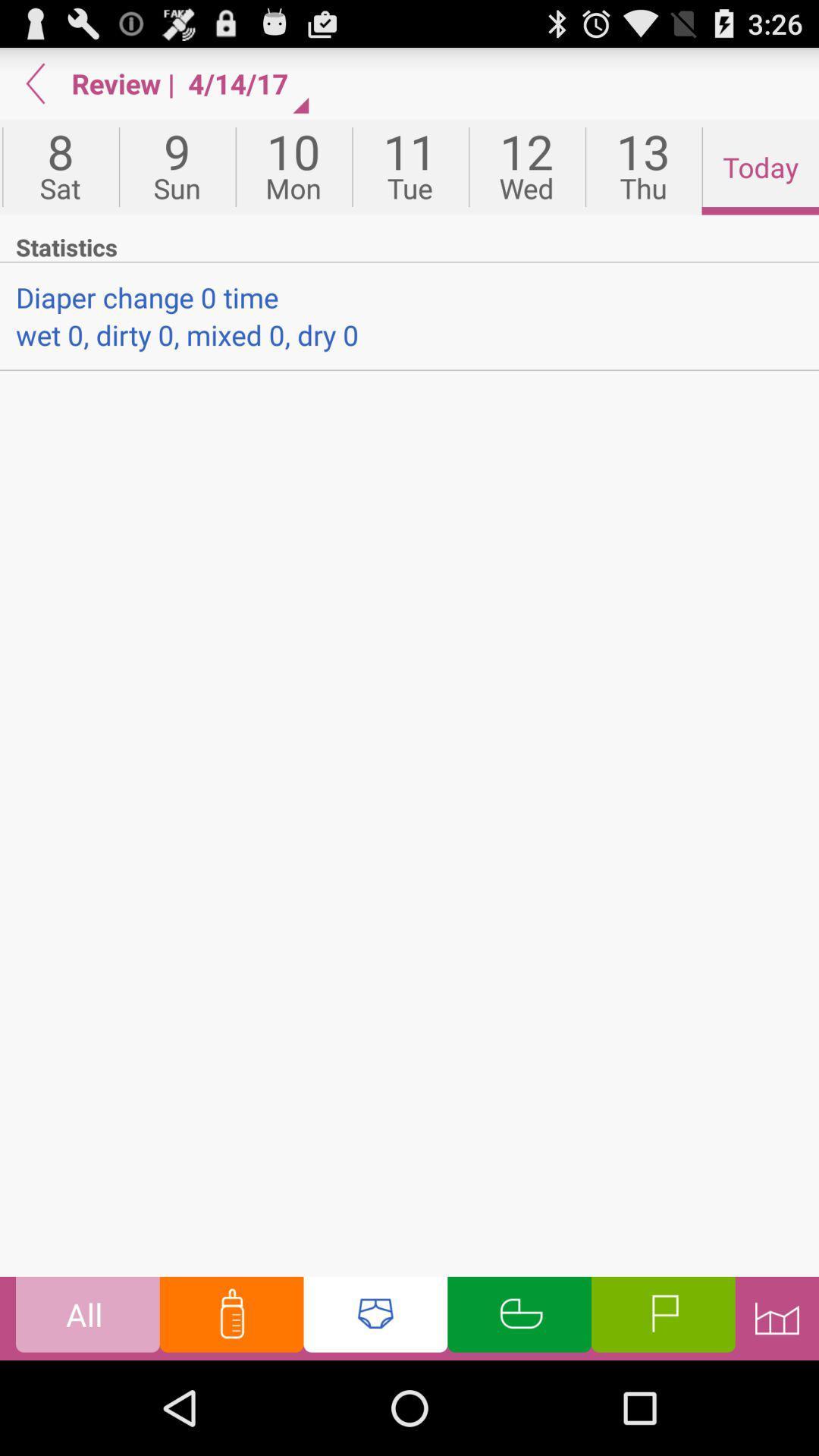 The width and height of the screenshot is (819, 1456). Describe the element at coordinates (409, 297) in the screenshot. I see `the item below statistics app` at that location.